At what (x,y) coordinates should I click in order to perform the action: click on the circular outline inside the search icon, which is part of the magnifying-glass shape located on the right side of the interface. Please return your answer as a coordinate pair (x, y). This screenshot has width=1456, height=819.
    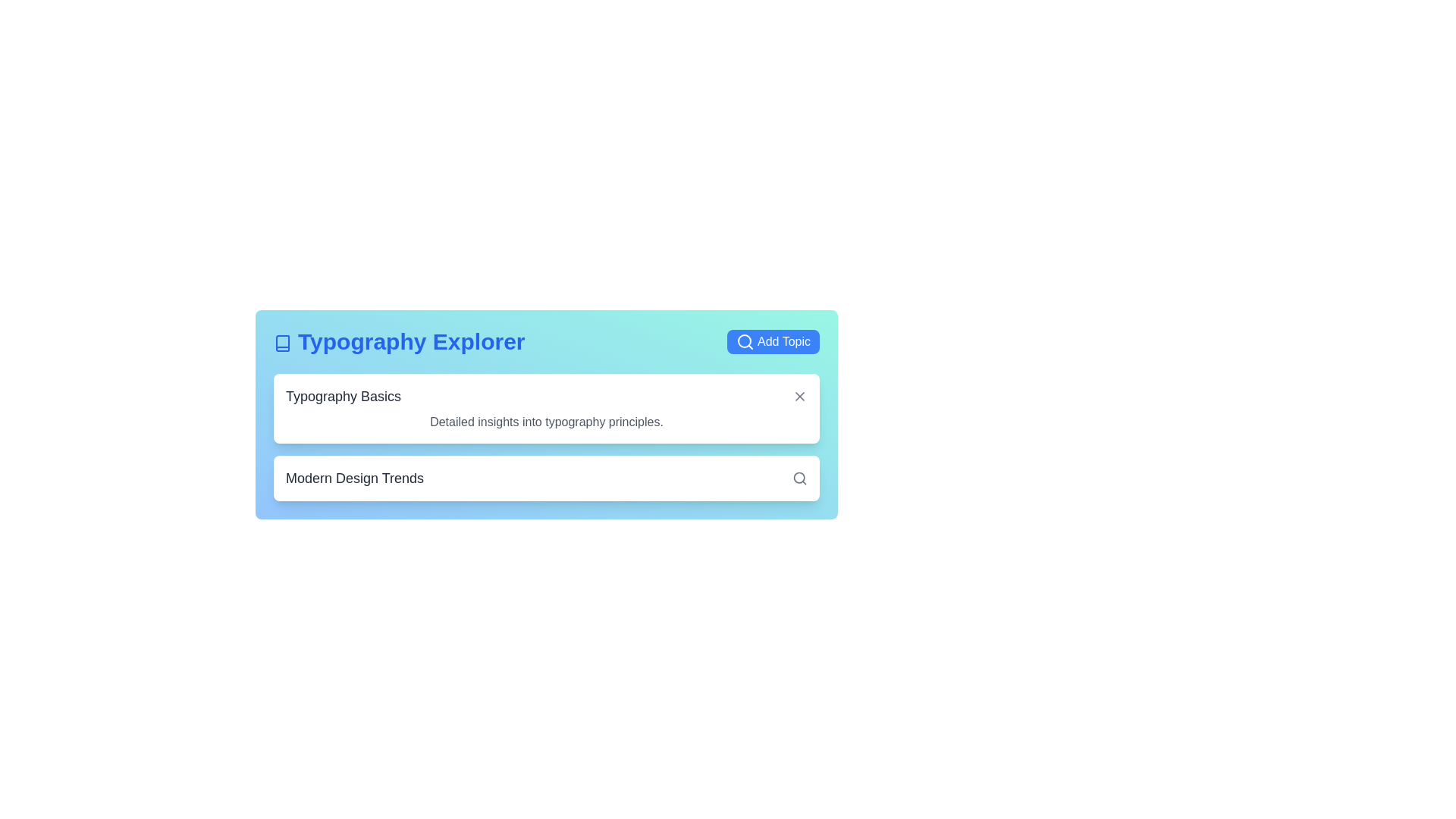
    Looking at the image, I should click on (799, 478).